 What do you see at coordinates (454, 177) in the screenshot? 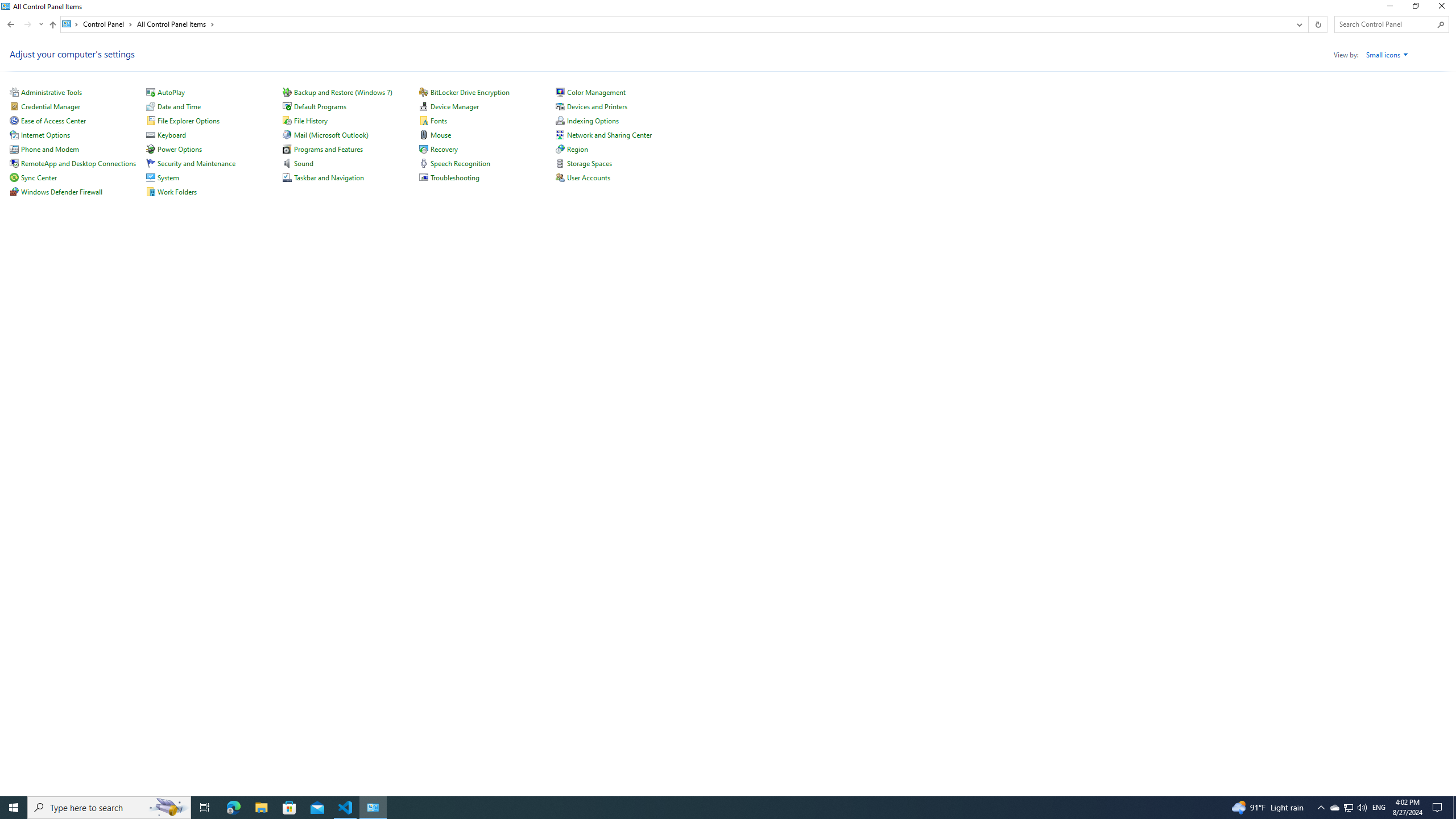
I see `'Troubleshooting'` at bounding box center [454, 177].